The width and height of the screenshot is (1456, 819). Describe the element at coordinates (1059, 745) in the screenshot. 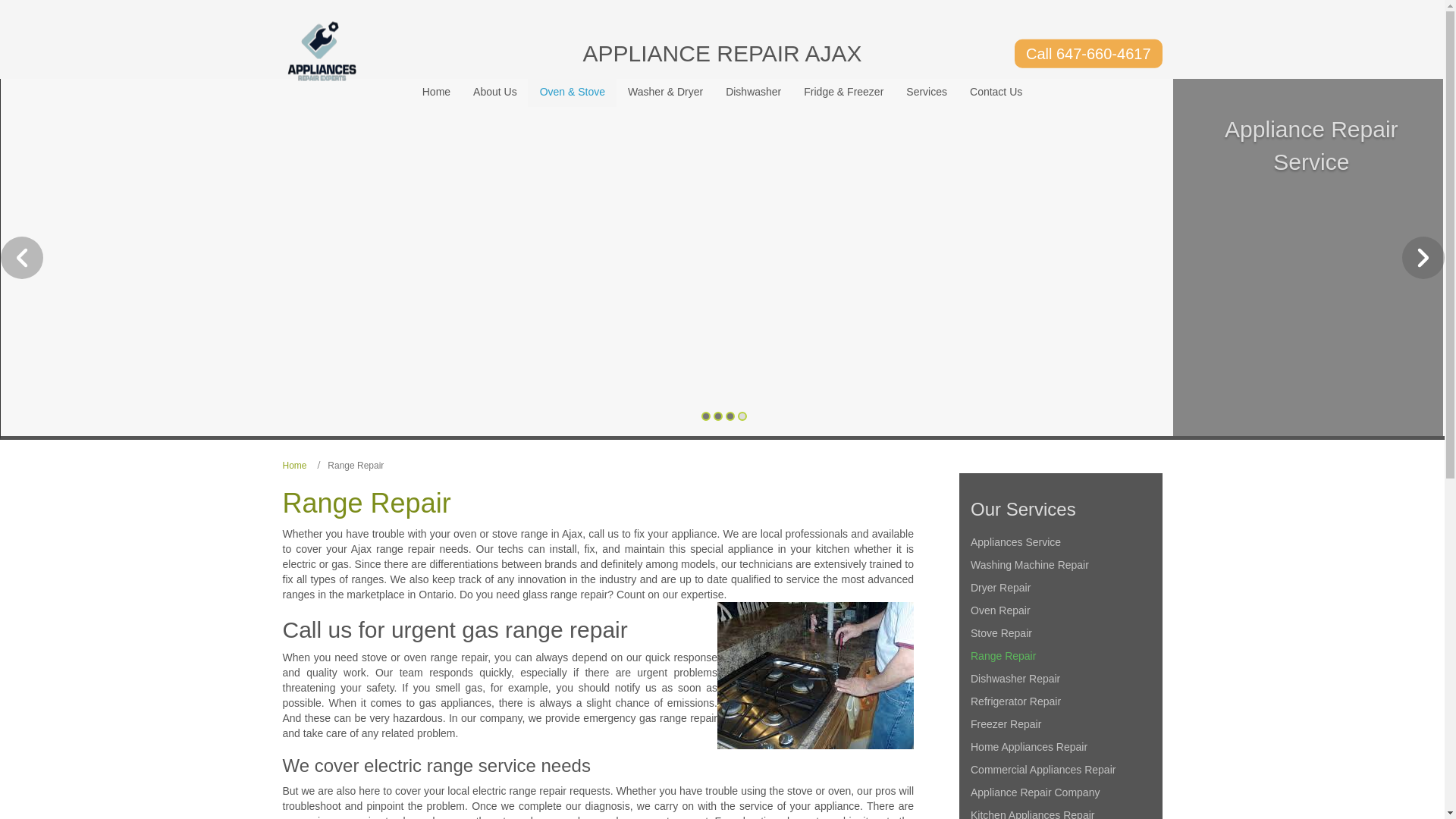

I see `'Home Appliances Repair'` at that location.